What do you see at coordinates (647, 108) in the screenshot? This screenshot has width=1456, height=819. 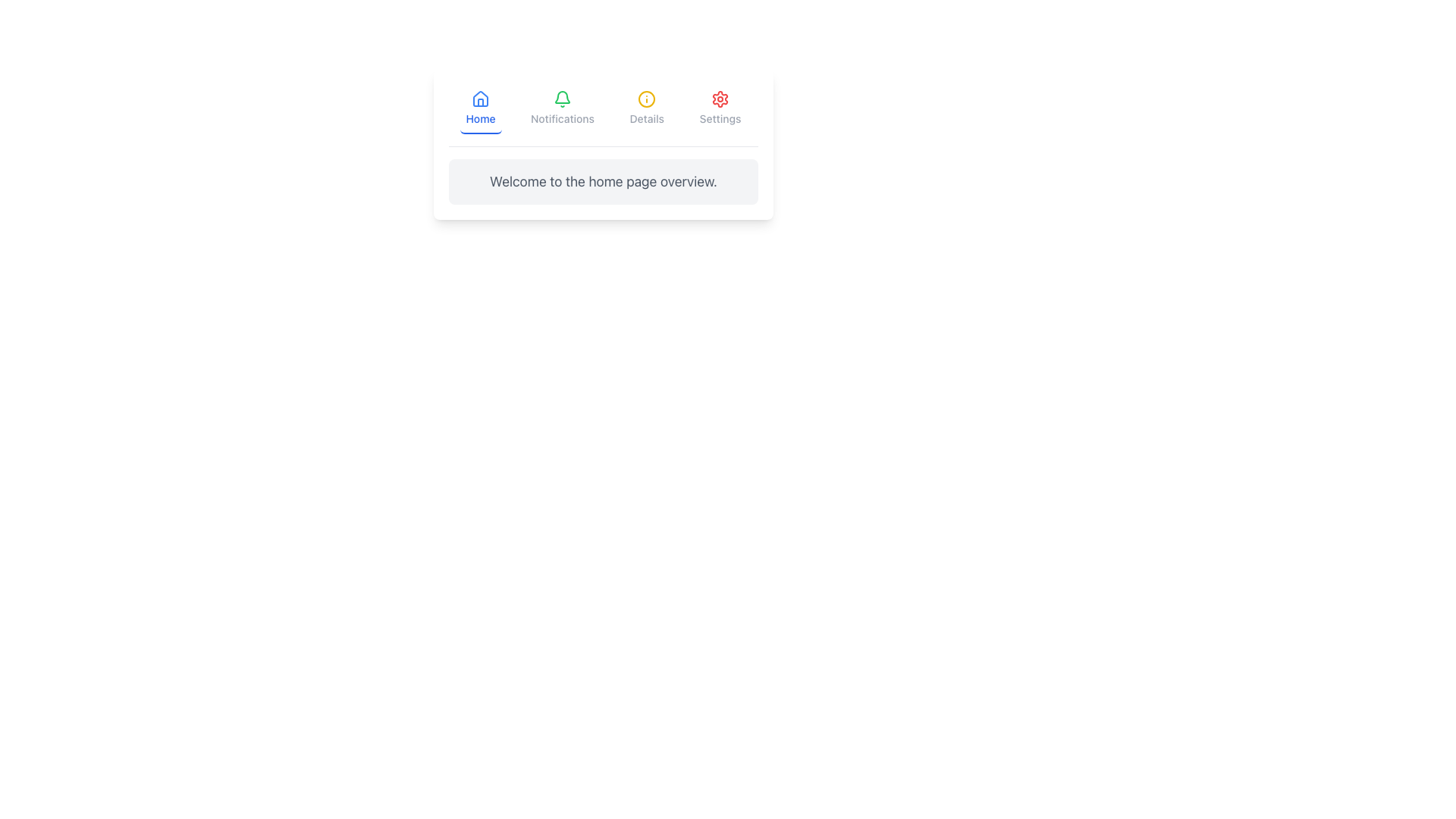 I see `the 'Details' navigation button located in the navigation bar, which is the third button from the left` at bounding box center [647, 108].